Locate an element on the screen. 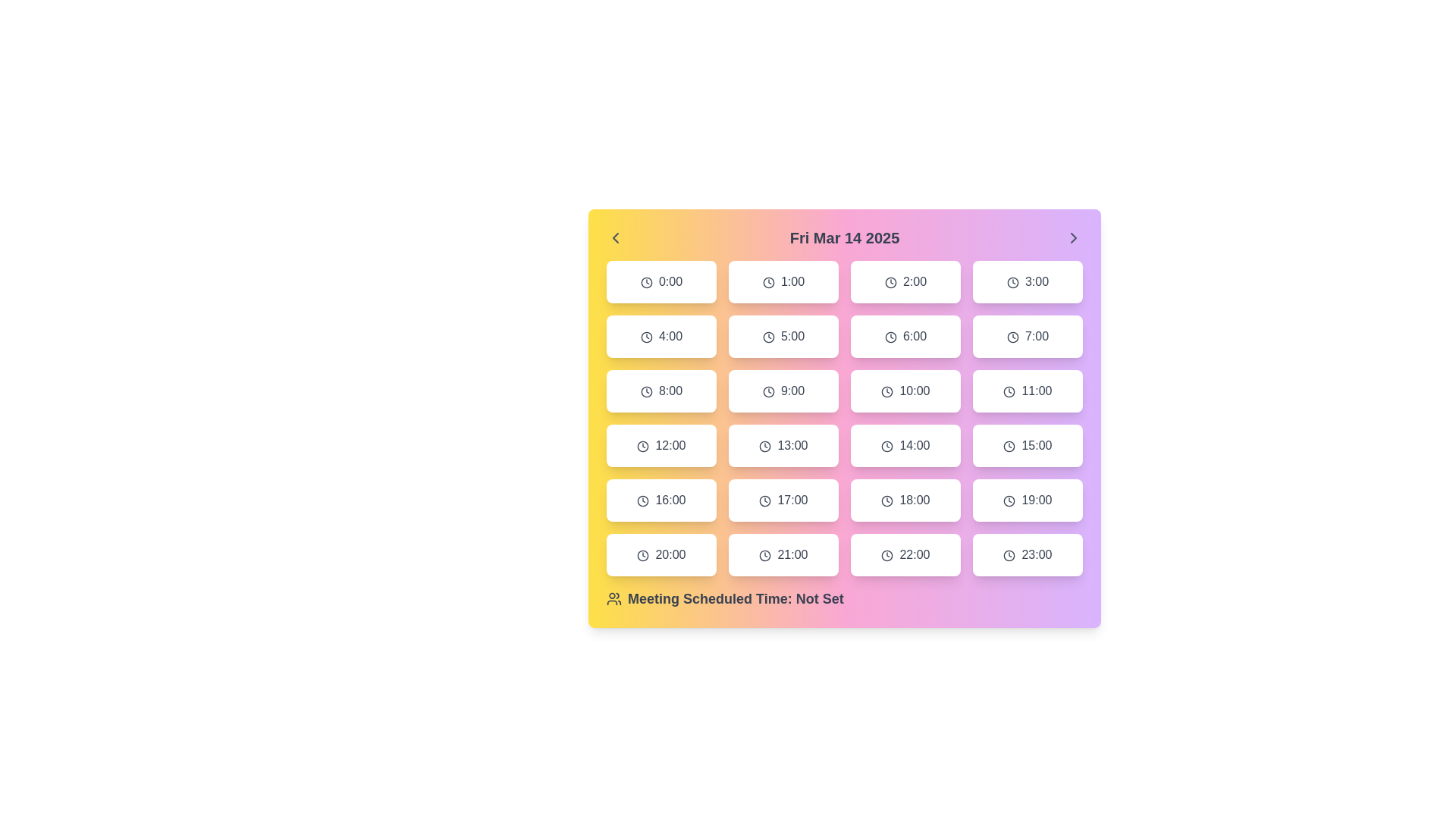 The image size is (1456, 819). the selectable time slot button for '21:00' is located at coordinates (783, 555).